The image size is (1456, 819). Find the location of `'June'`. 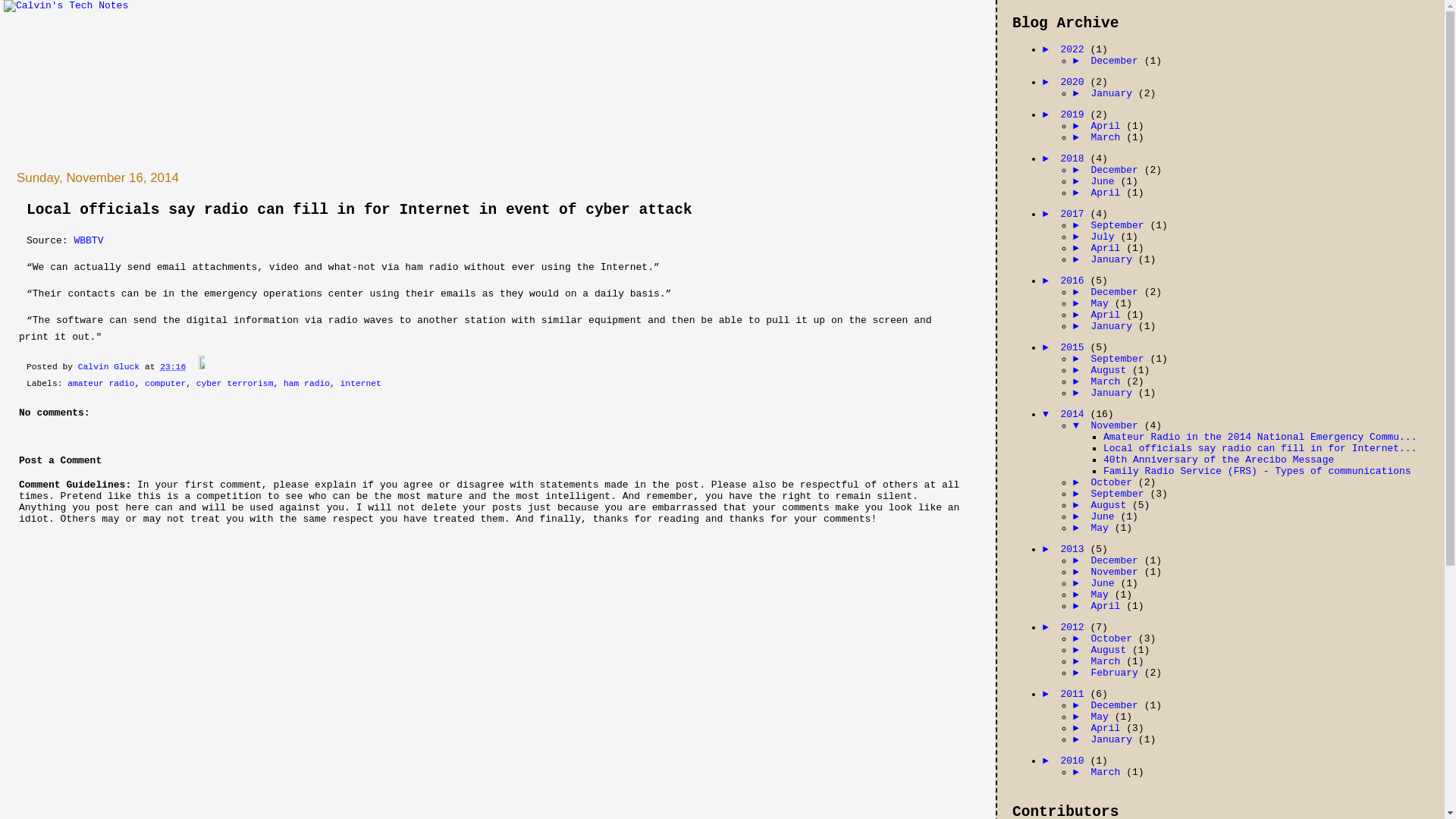

'June' is located at coordinates (1105, 516).